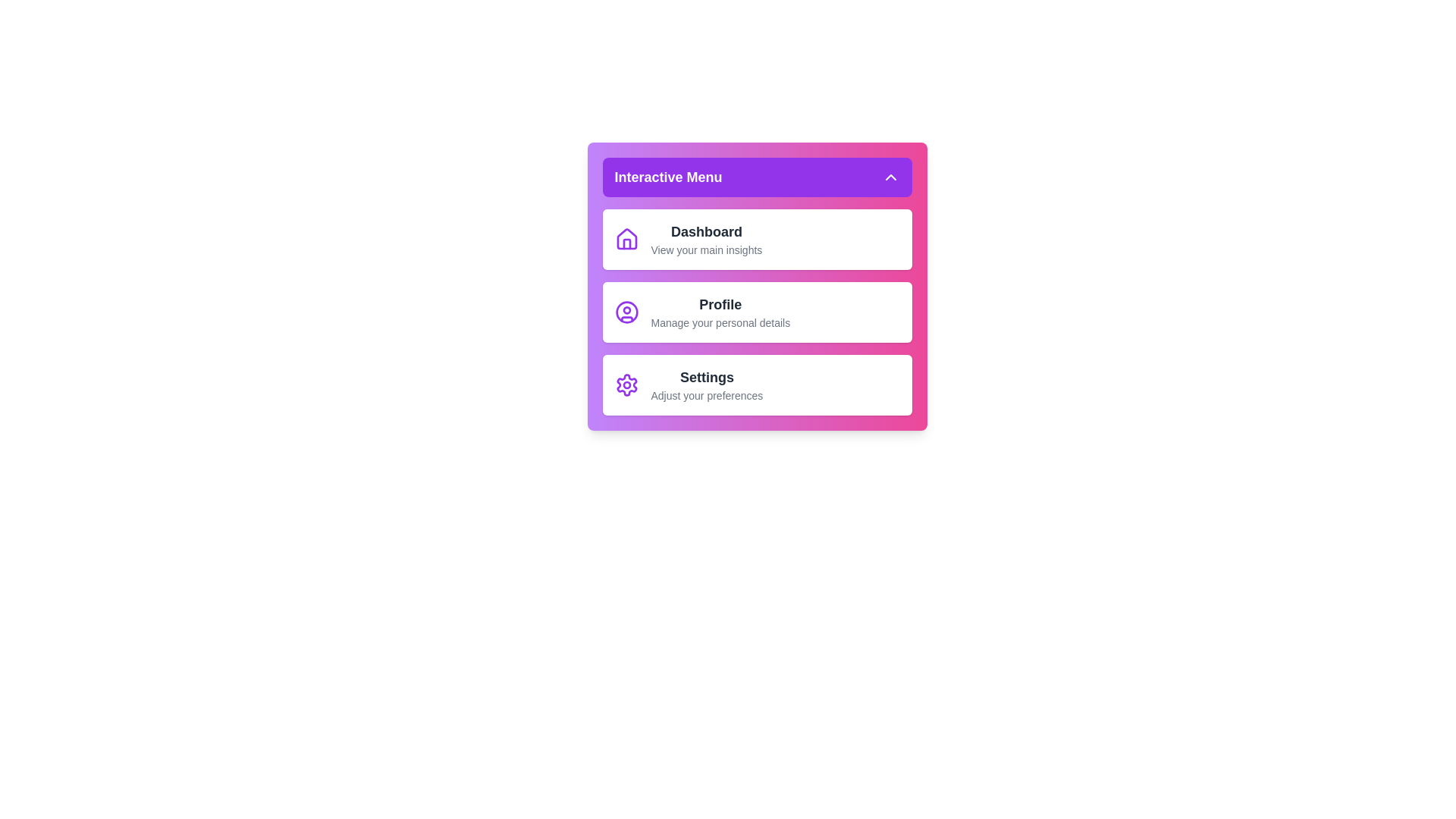 The image size is (1456, 819). Describe the element at coordinates (757, 239) in the screenshot. I see `the menu item Dashboard` at that location.